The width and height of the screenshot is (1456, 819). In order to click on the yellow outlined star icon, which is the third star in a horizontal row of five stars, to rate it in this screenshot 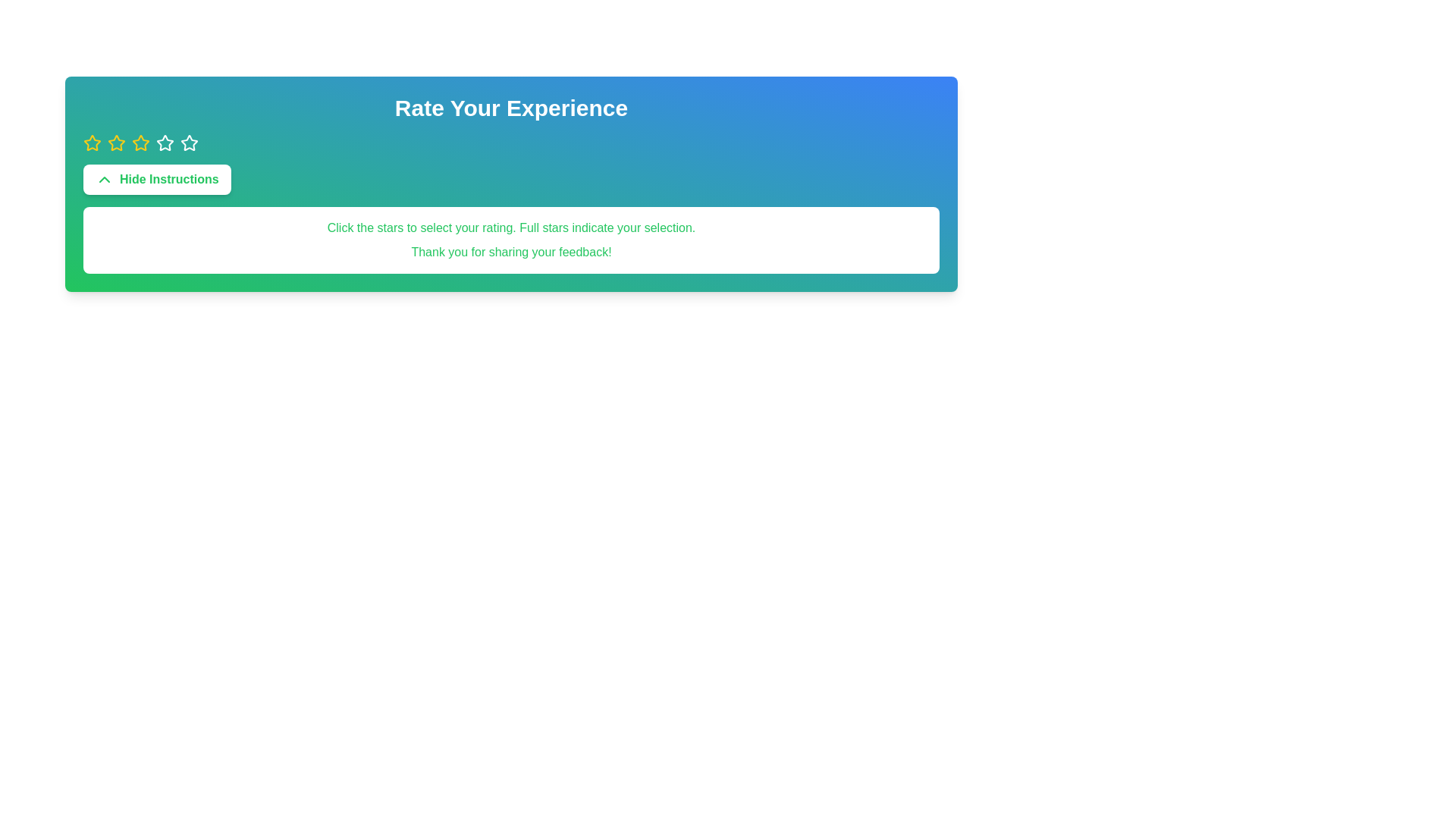, I will do `click(141, 143)`.